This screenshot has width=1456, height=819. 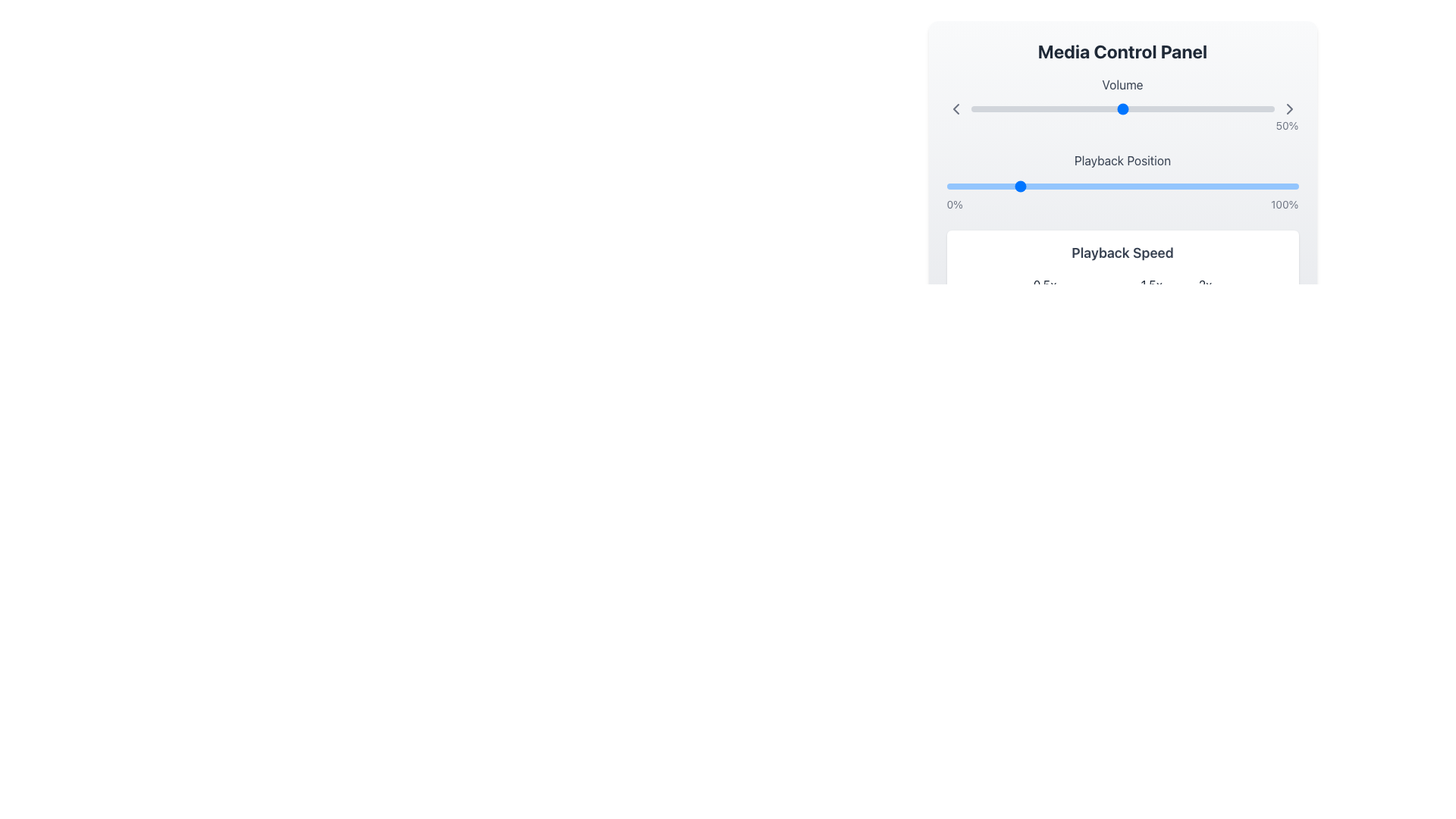 I want to click on the second playback speed button labeled '1x' in the Media Control Panel, so click(x=1099, y=284).